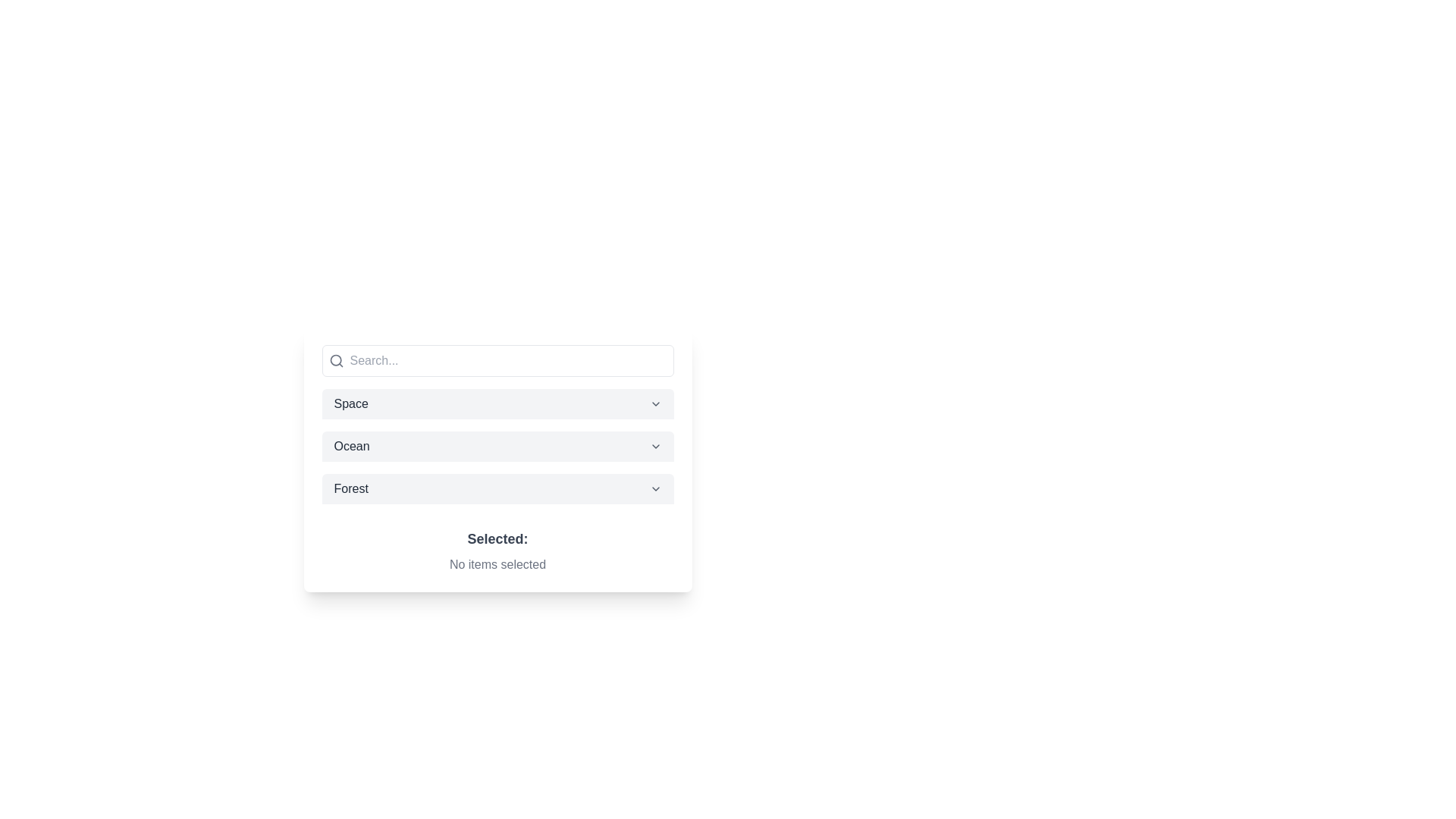 Image resolution: width=1456 pixels, height=819 pixels. What do you see at coordinates (351, 446) in the screenshot?
I see `label 'Ocean' displayed in a bold or medium font weight within the dropdown menu as the second selectable row between 'Space' and 'Forest'` at bounding box center [351, 446].